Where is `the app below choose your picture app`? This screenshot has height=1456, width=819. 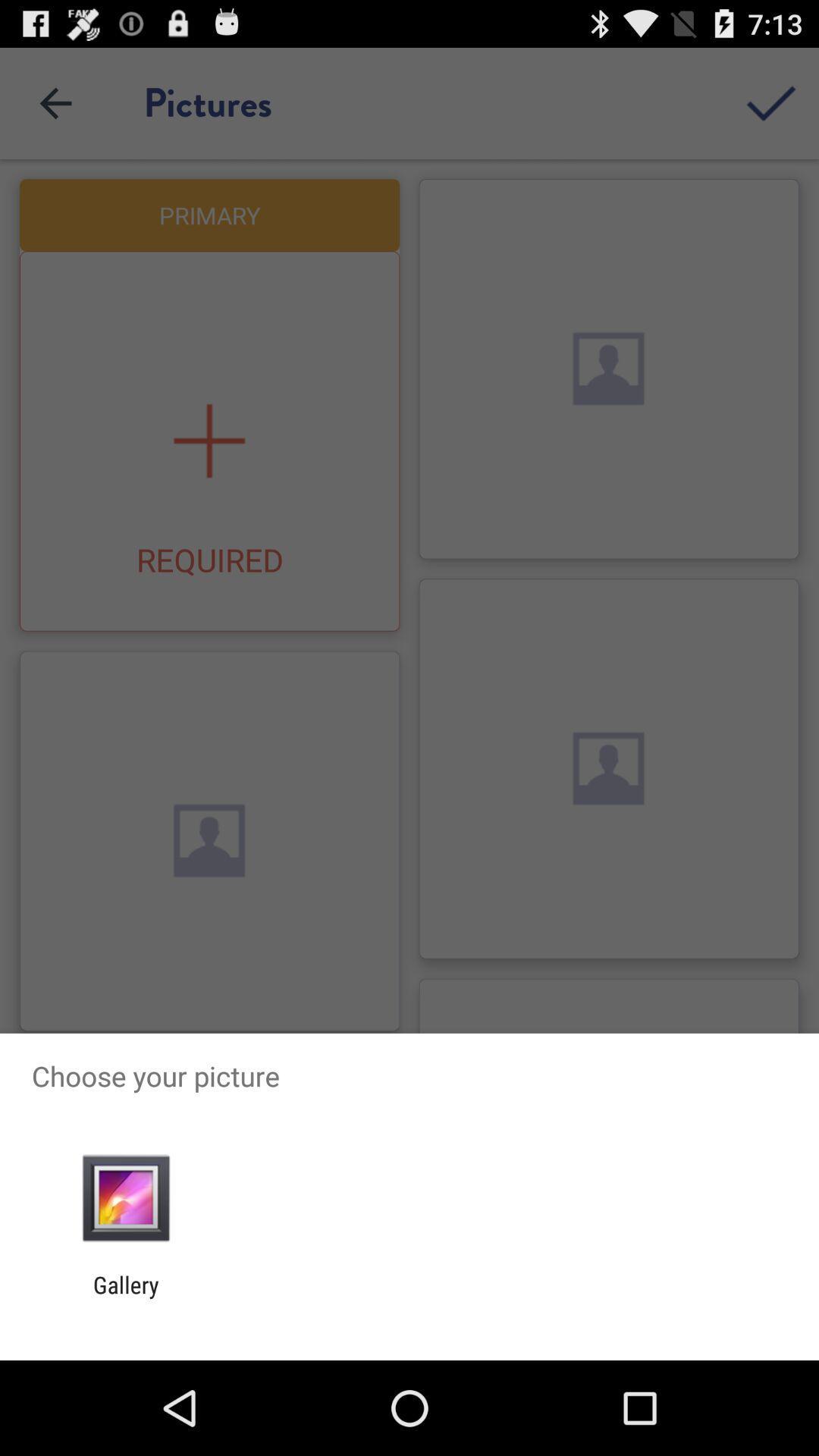 the app below choose your picture app is located at coordinates (125, 1197).